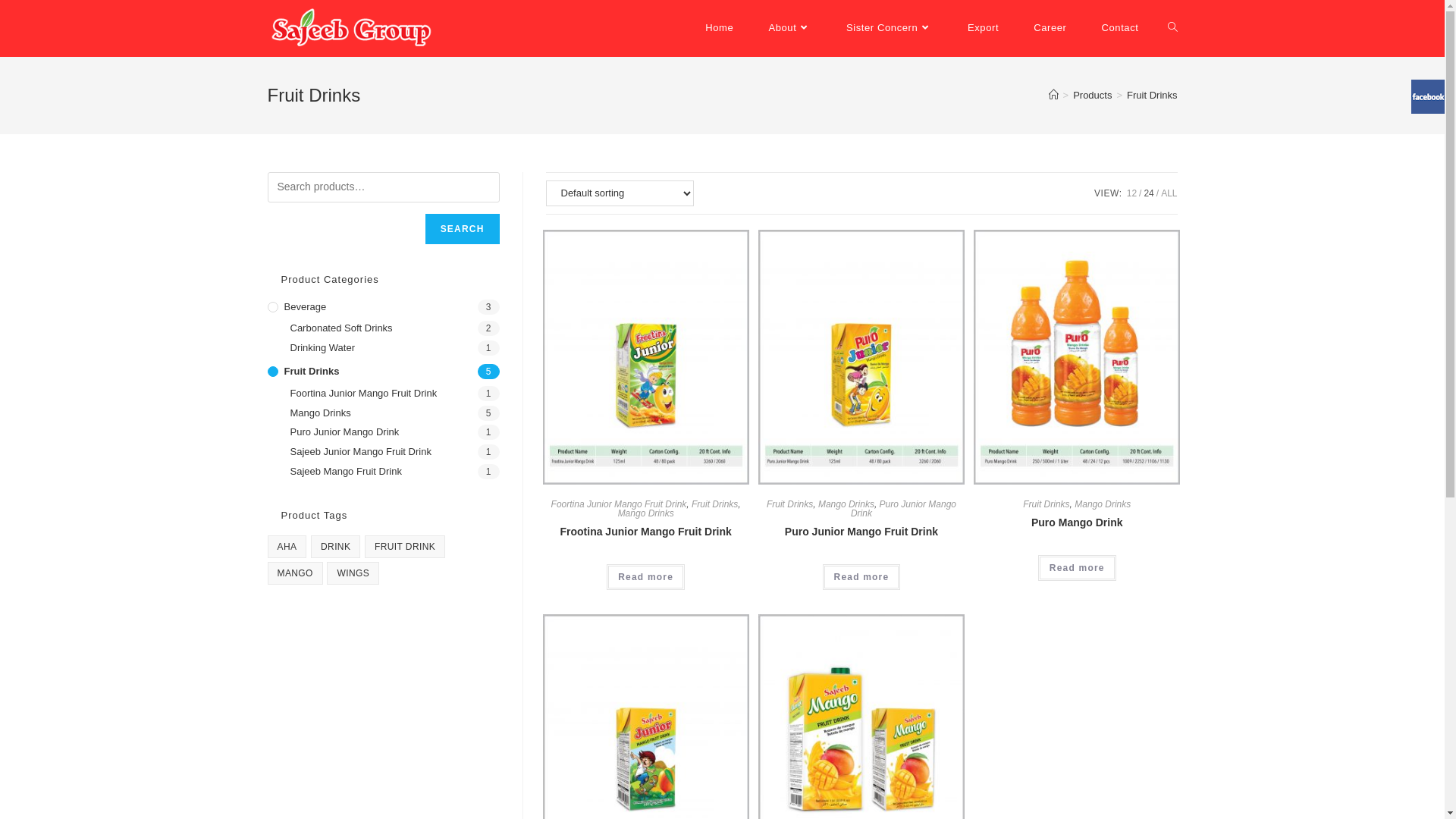 The width and height of the screenshot is (1456, 819). I want to click on 'Frootina Junior Mango Fruit Drink', so click(645, 531).